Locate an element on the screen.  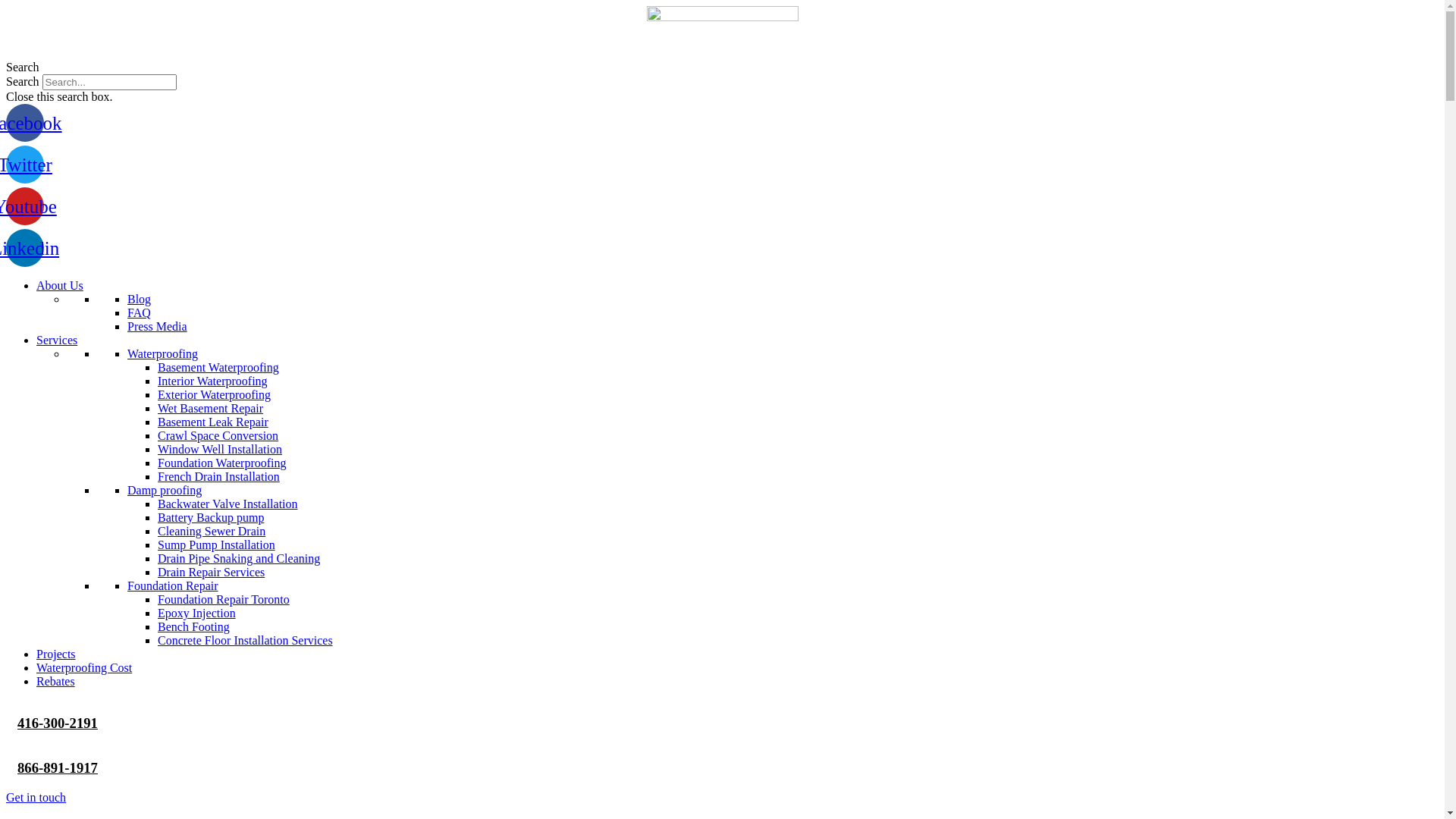
'Press Media' is located at coordinates (157, 325).